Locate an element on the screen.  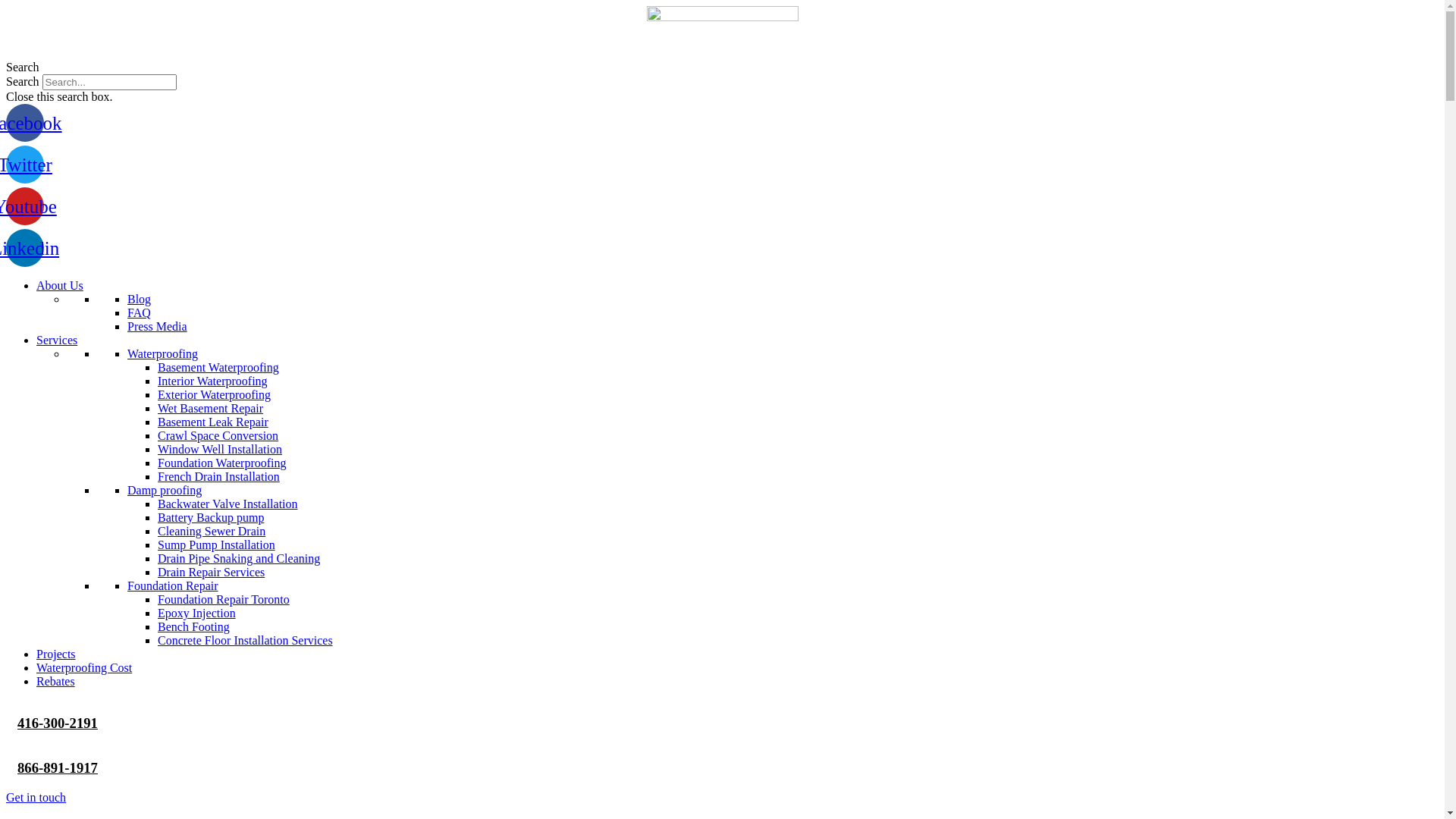
'Press Media' is located at coordinates (157, 325).